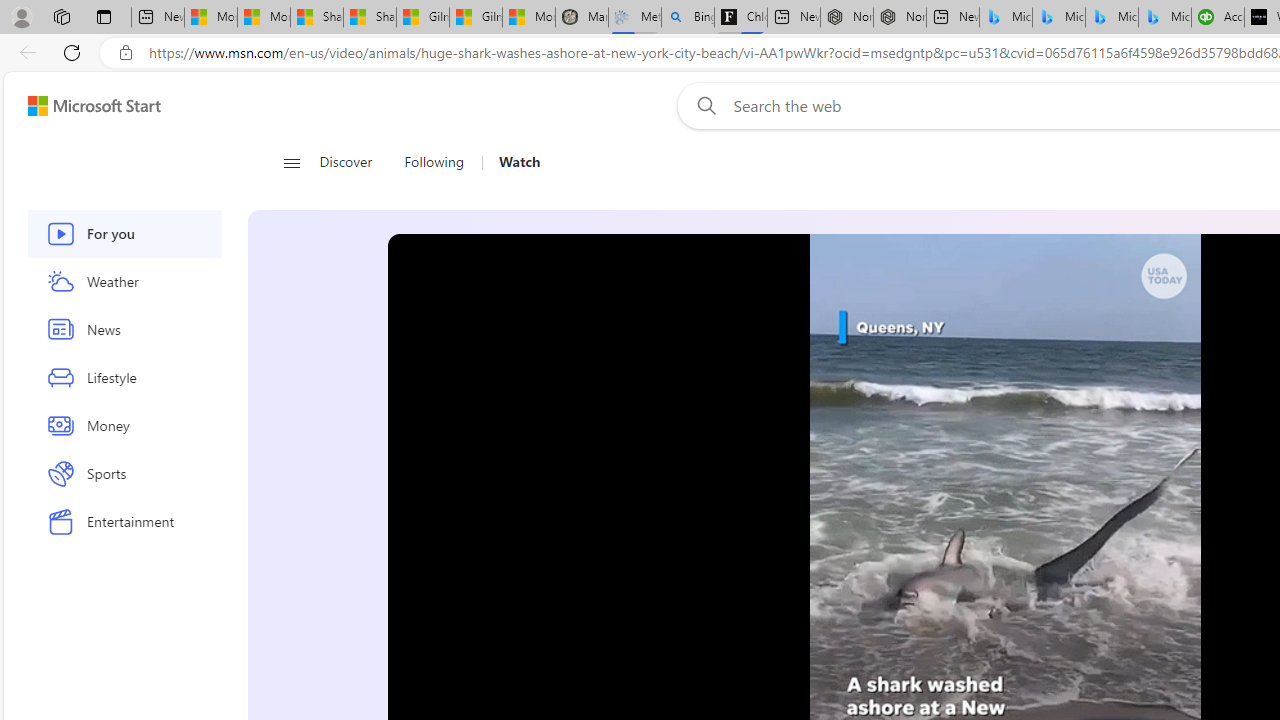 The width and height of the screenshot is (1280, 720). I want to click on 'Shanghai, China weather forecast | Microsoft Weather', so click(369, 17).